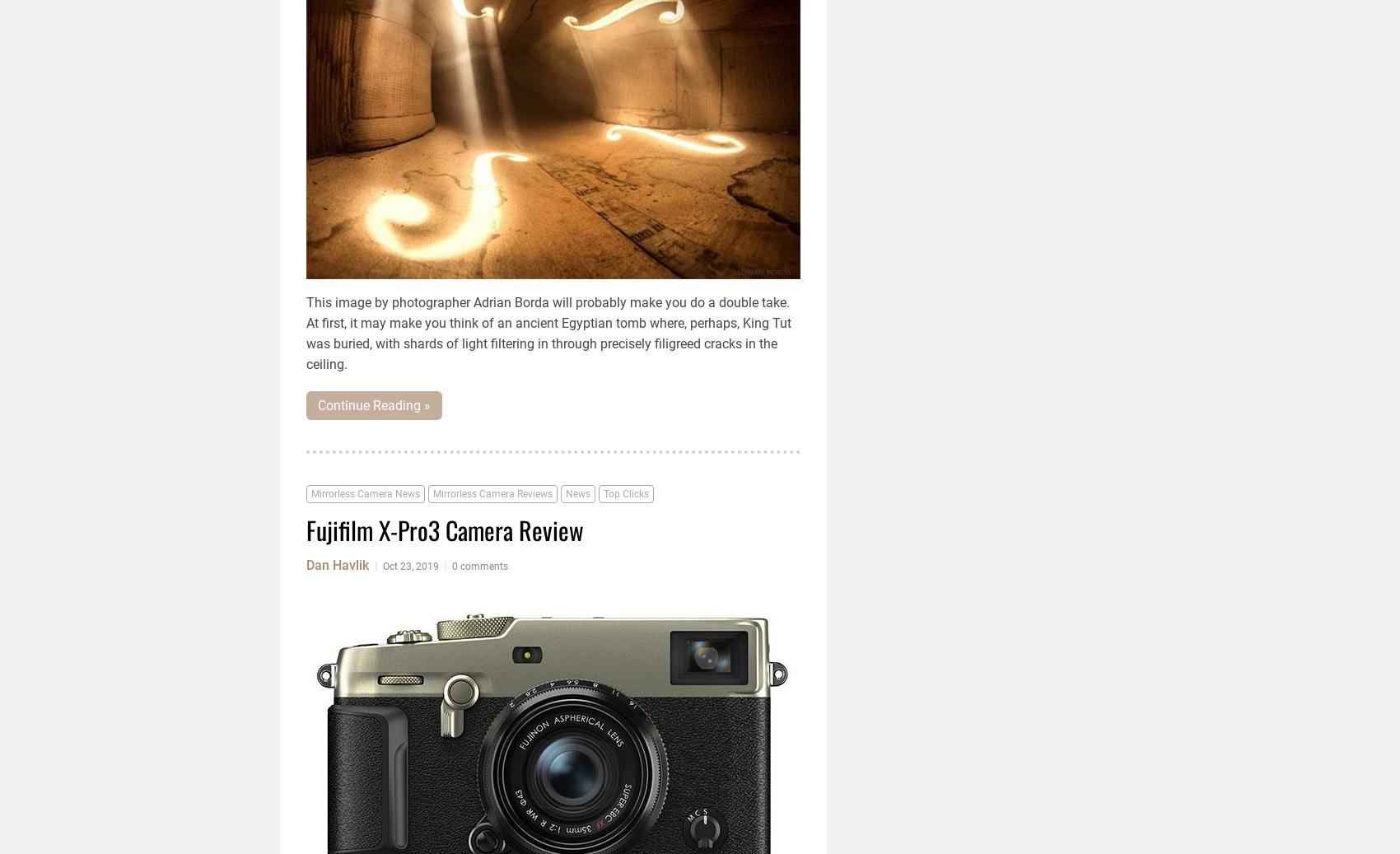  Describe the element at coordinates (374, 404) in the screenshot. I see `'Continue Reading »'` at that location.